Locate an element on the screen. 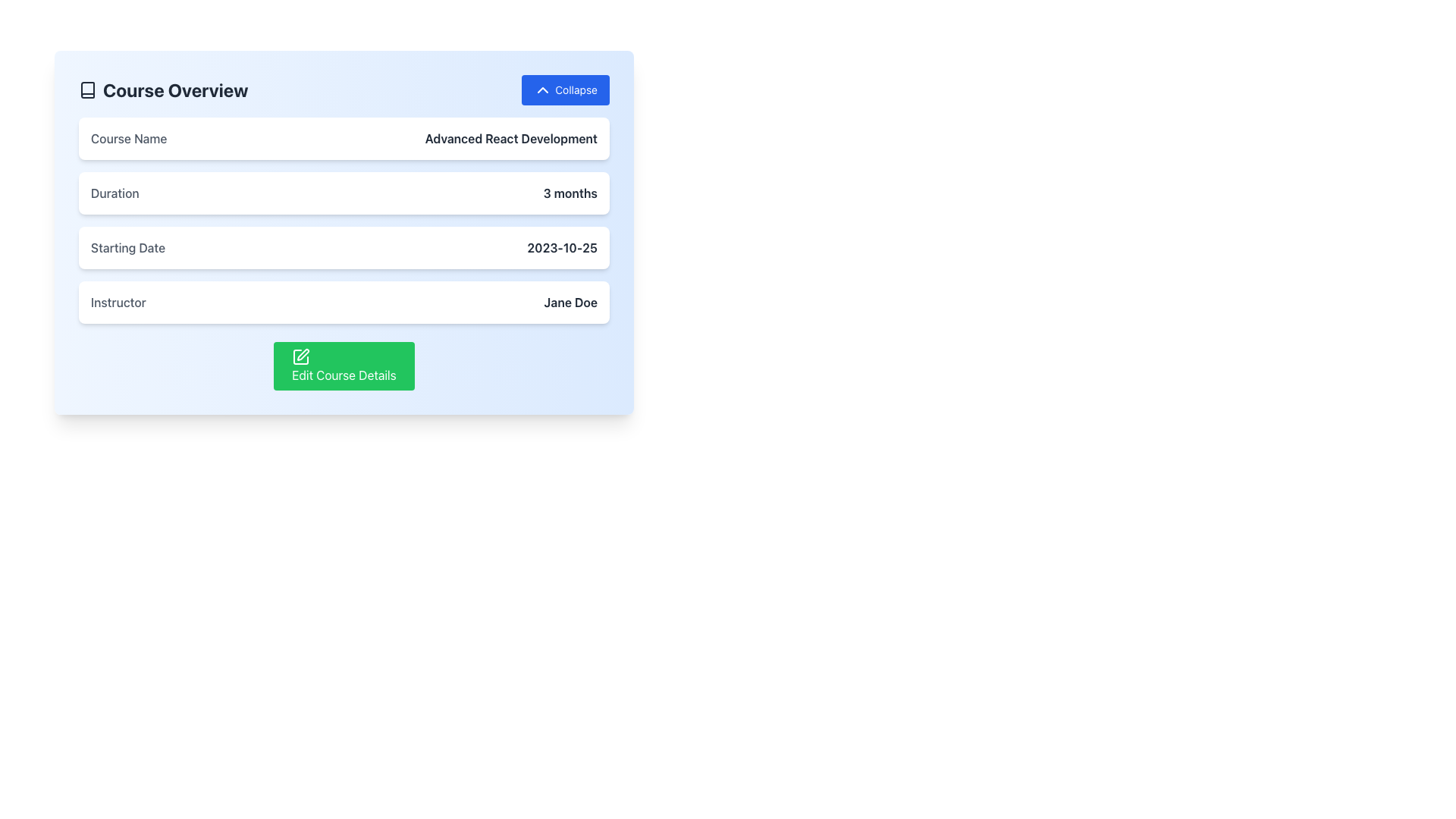  the graphical icon that signifies the 'Edit Course Details' button, which is centrally aligned within the green button at the bottom of the blue-bordered course overview card is located at coordinates (303, 354).